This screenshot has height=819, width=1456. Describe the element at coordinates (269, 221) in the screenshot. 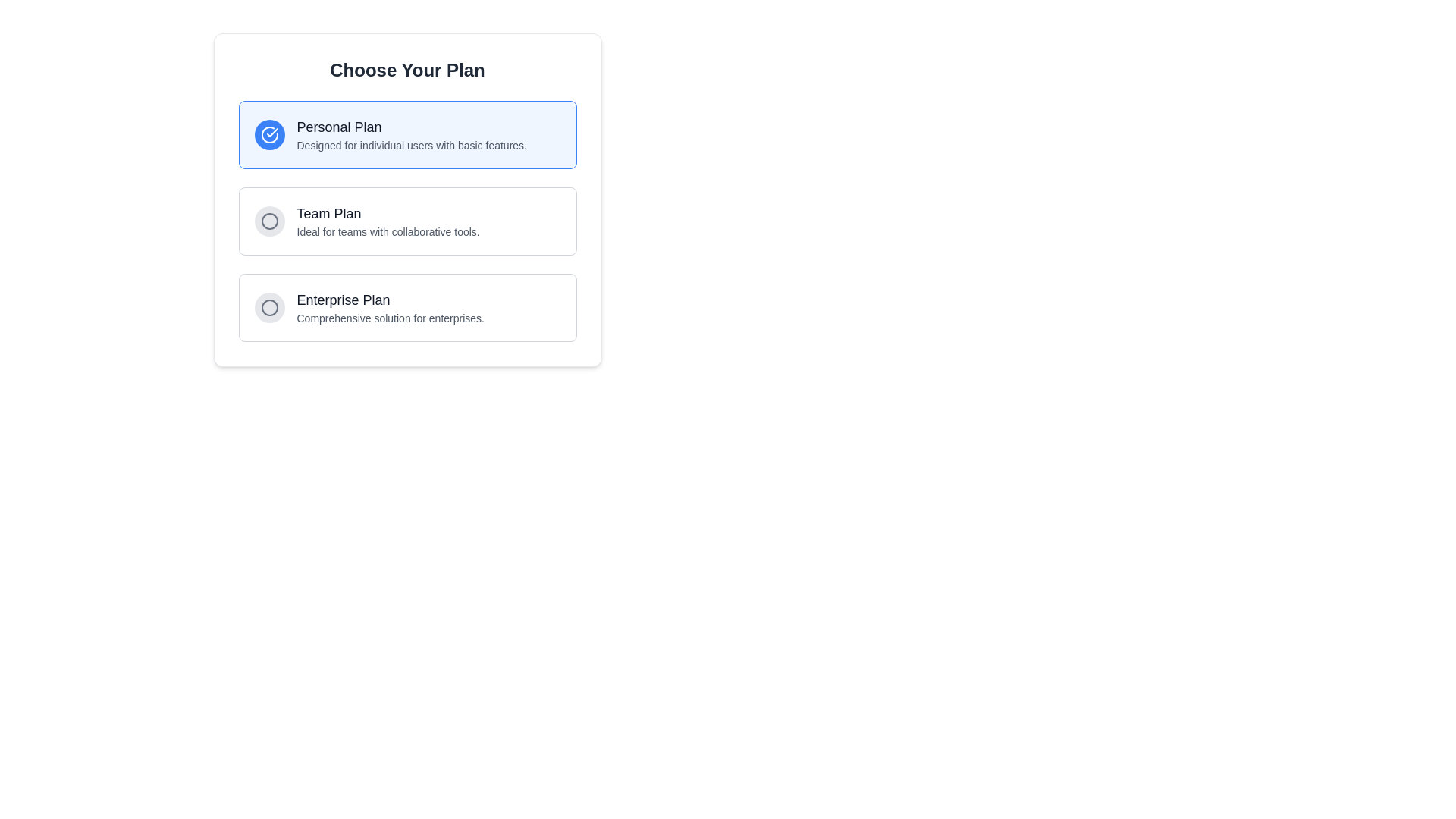

I see `the graphical badge indicating the Team Plan option, centrally positioned within the selection box` at that location.